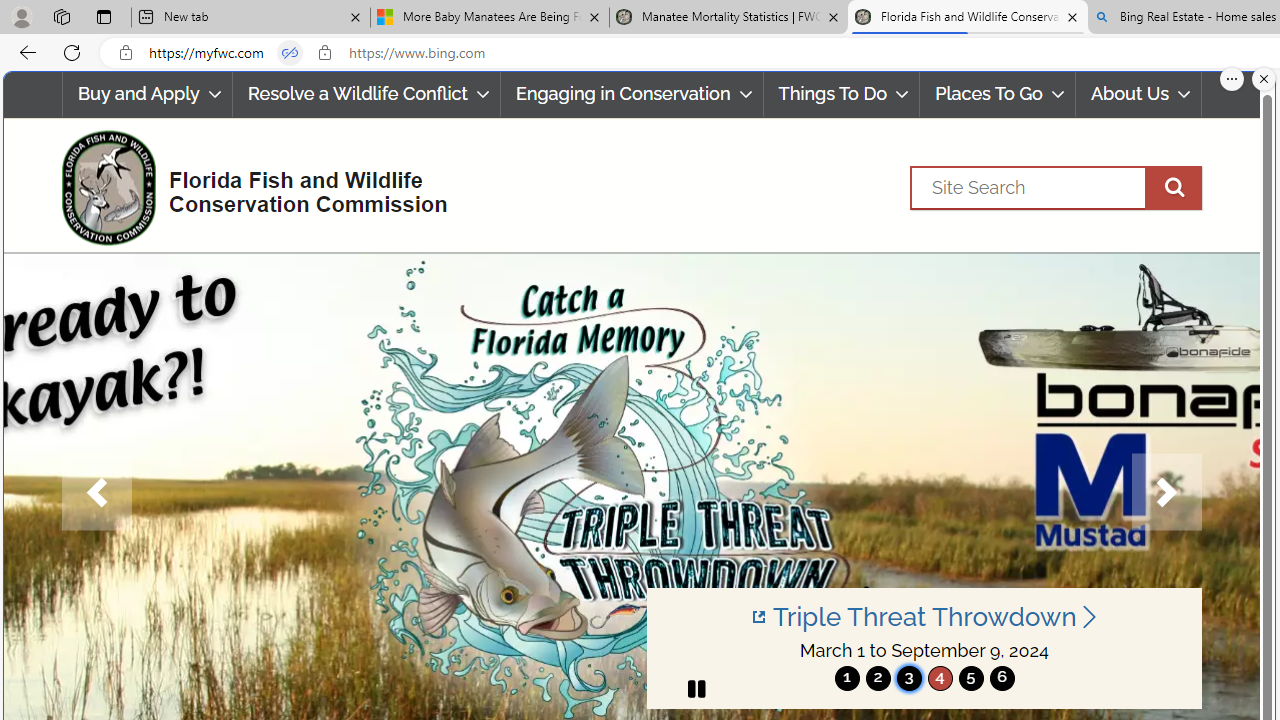  Describe the element at coordinates (997, 94) in the screenshot. I see `'Places To Go'` at that location.